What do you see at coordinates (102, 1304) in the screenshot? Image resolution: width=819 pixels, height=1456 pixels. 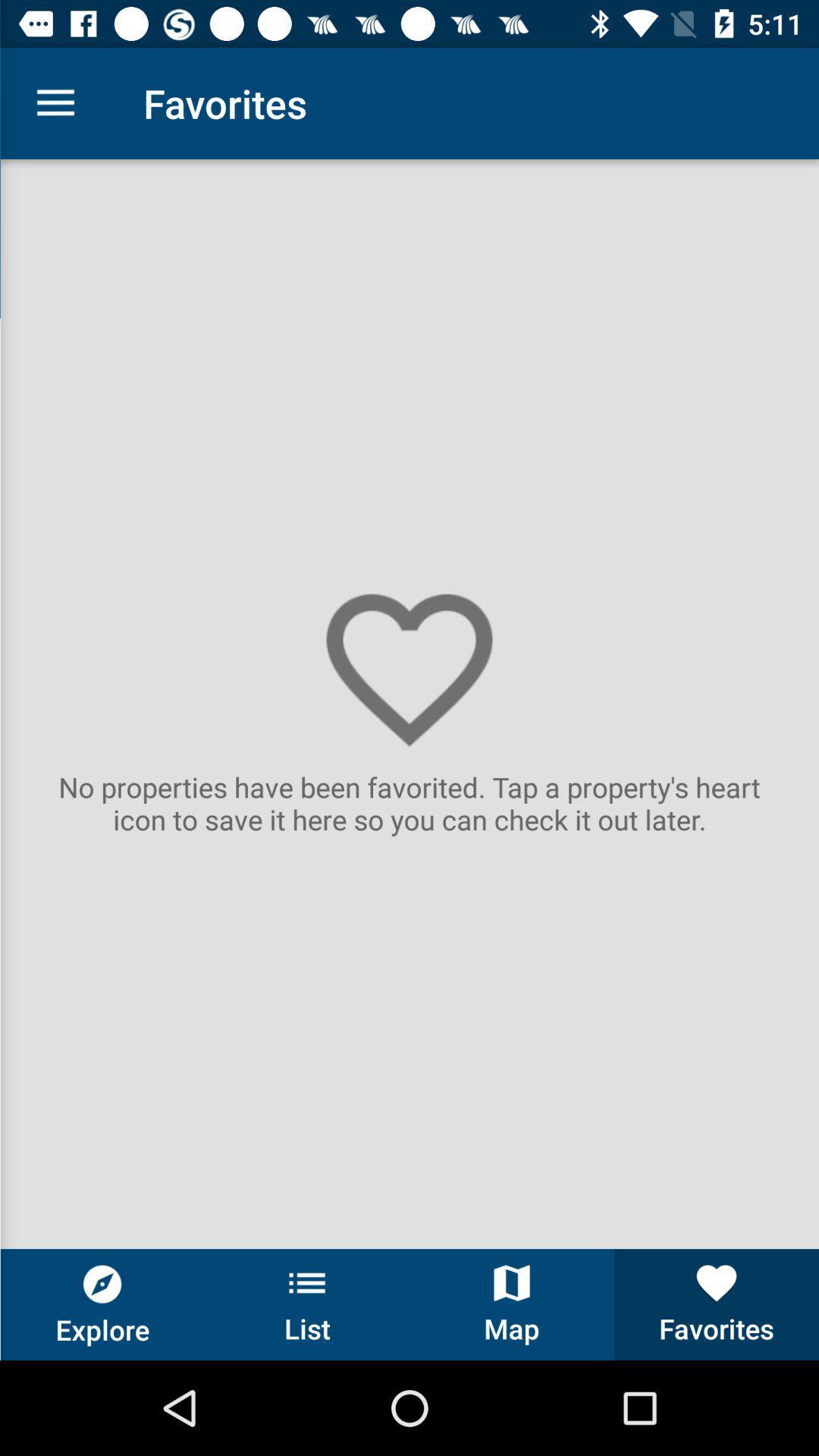 I see `item at the bottom left corner` at bounding box center [102, 1304].